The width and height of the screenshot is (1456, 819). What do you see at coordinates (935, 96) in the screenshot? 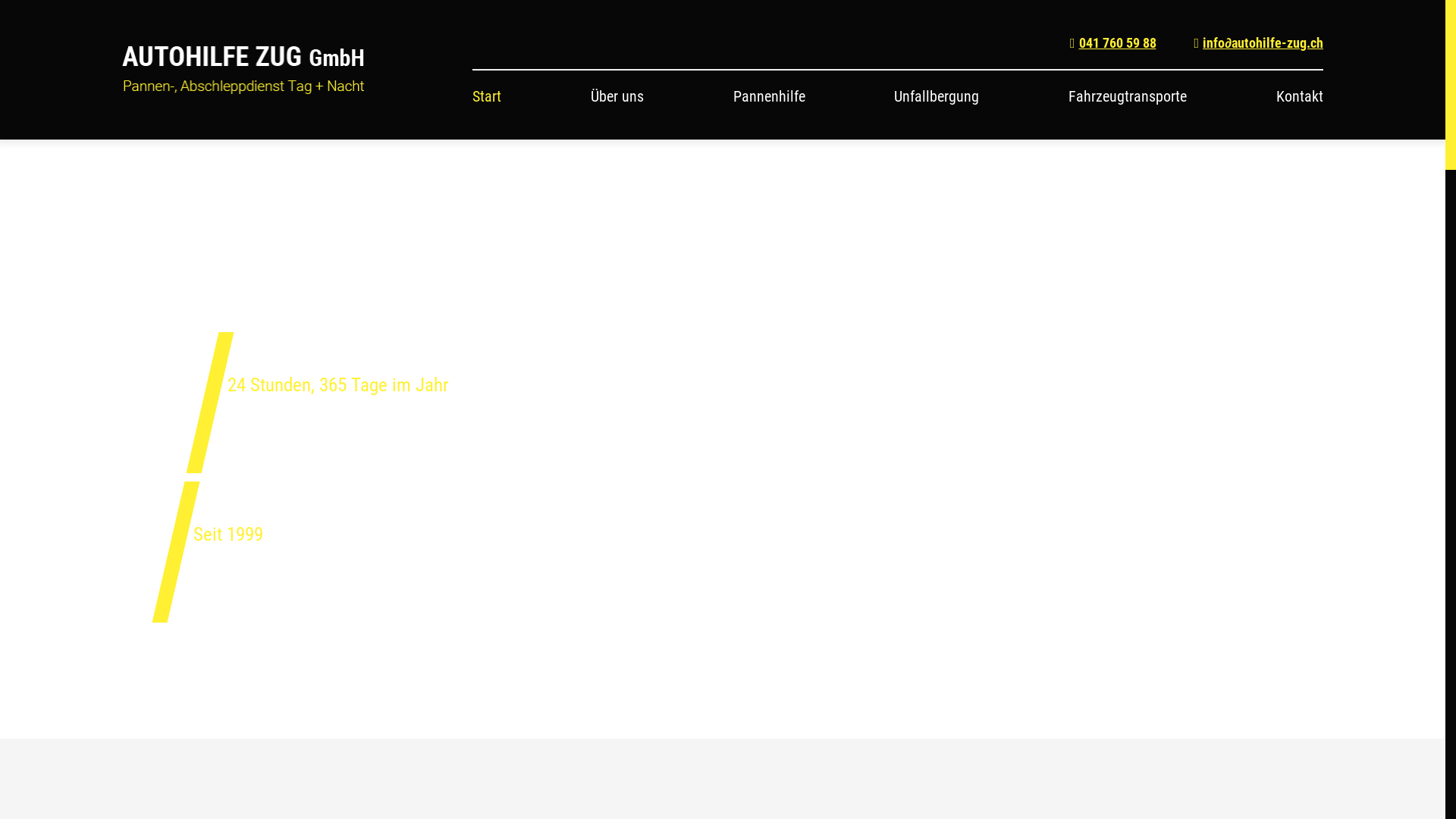
I see `'Unfallbergung'` at bounding box center [935, 96].